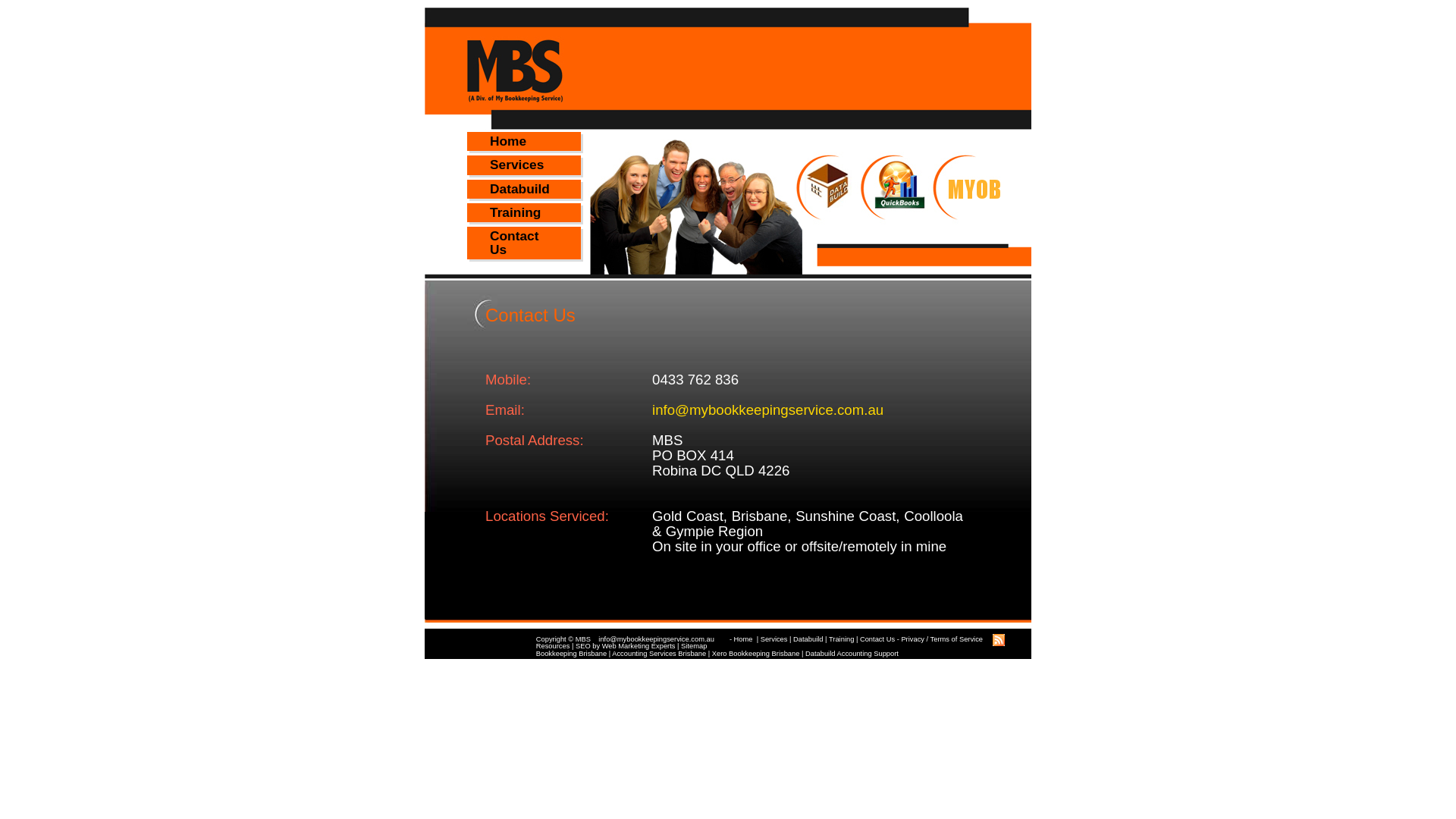 The image size is (1456, 819). I want to click on 'Services', so click(524, 165).